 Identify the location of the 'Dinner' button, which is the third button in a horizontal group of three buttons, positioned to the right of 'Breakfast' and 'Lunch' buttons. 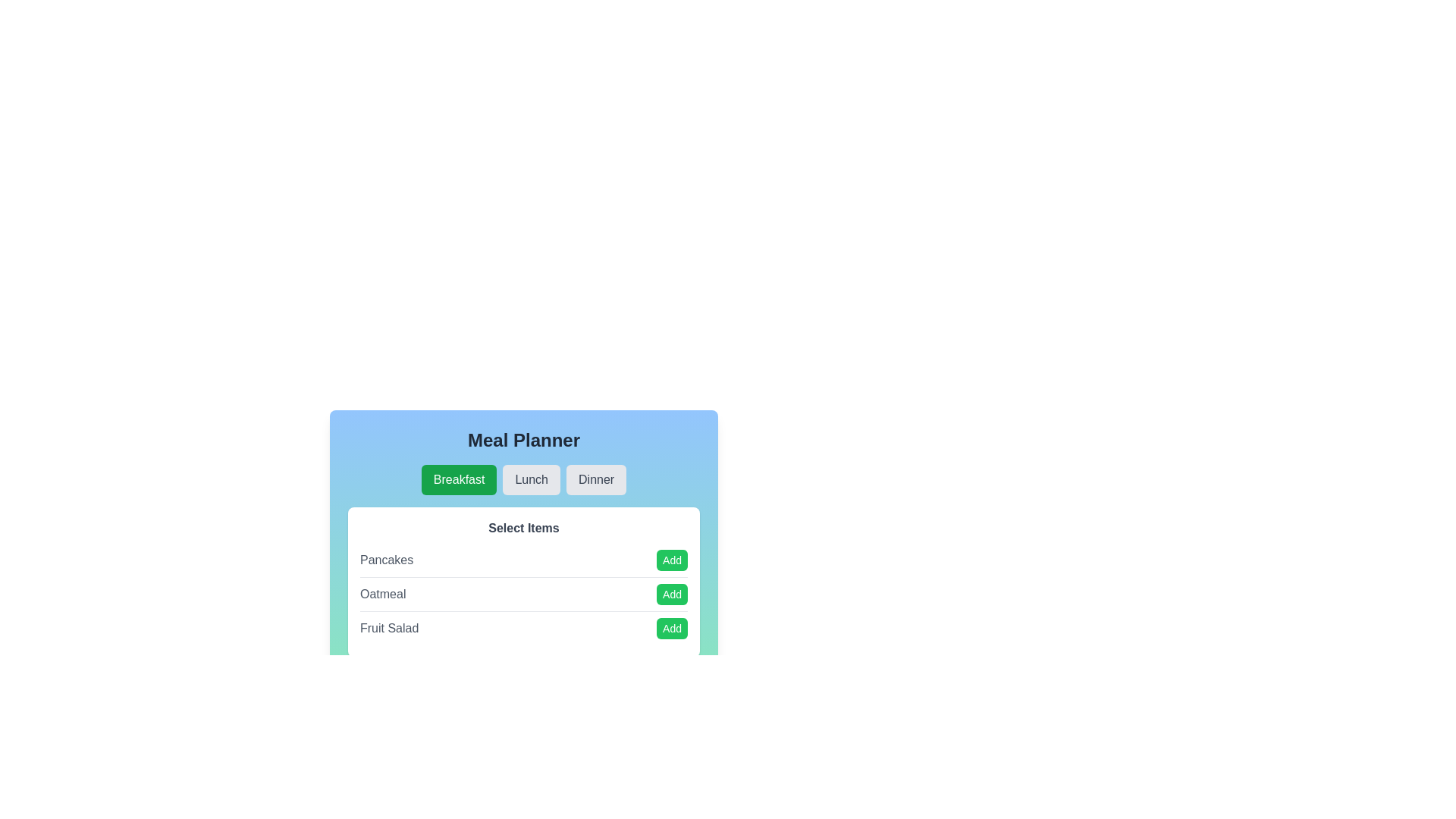
(595, 479).